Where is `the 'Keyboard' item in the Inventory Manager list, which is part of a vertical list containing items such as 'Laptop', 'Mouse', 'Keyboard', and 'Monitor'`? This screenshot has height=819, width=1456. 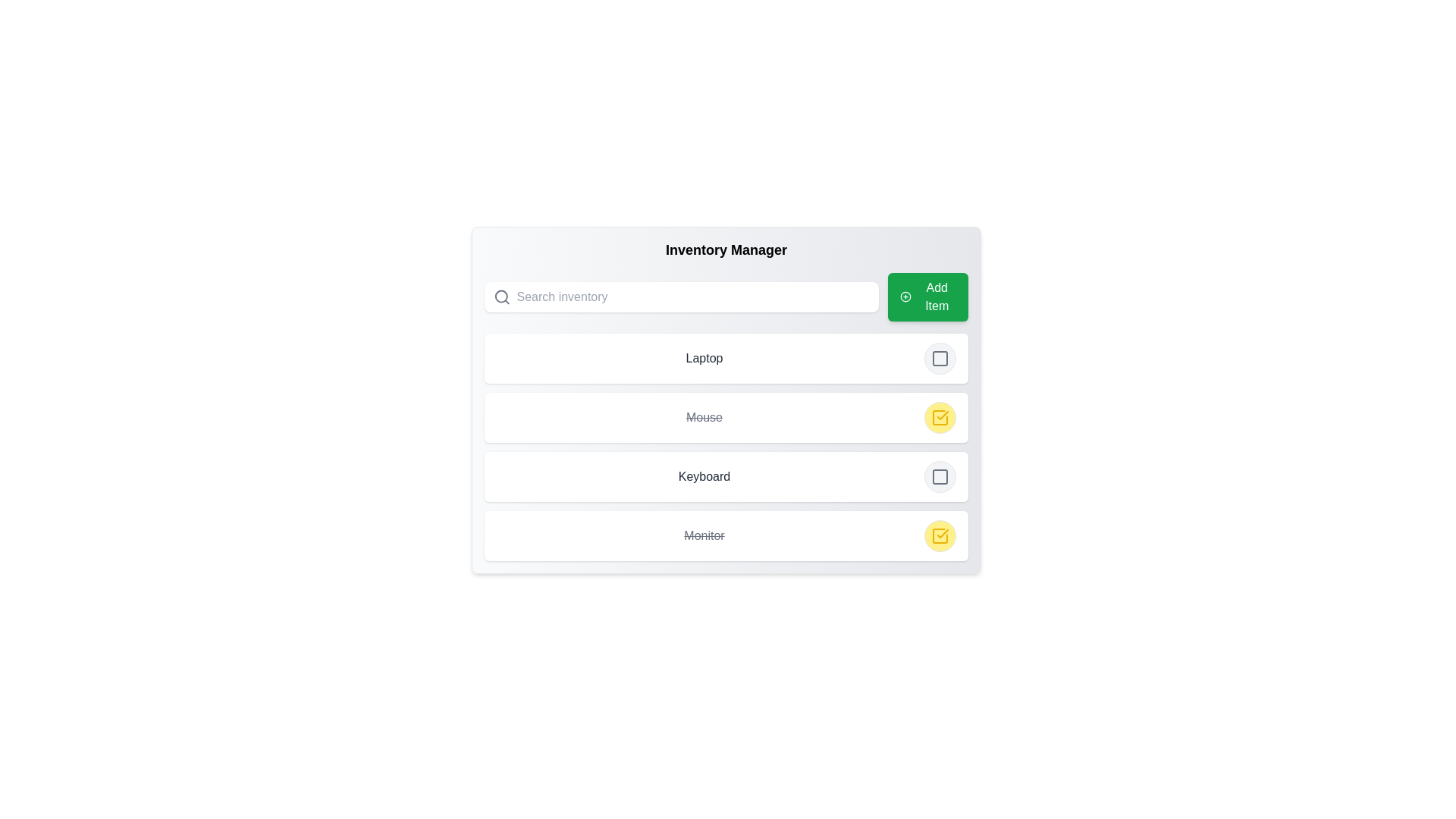 the 'Keyboard' item in the Inventory Manager list, which is part of a vertical list containing items such as 'Laptop', 'Mouse', 'Keyboard', and 'Monitor' is located at coordinates (726, 447).